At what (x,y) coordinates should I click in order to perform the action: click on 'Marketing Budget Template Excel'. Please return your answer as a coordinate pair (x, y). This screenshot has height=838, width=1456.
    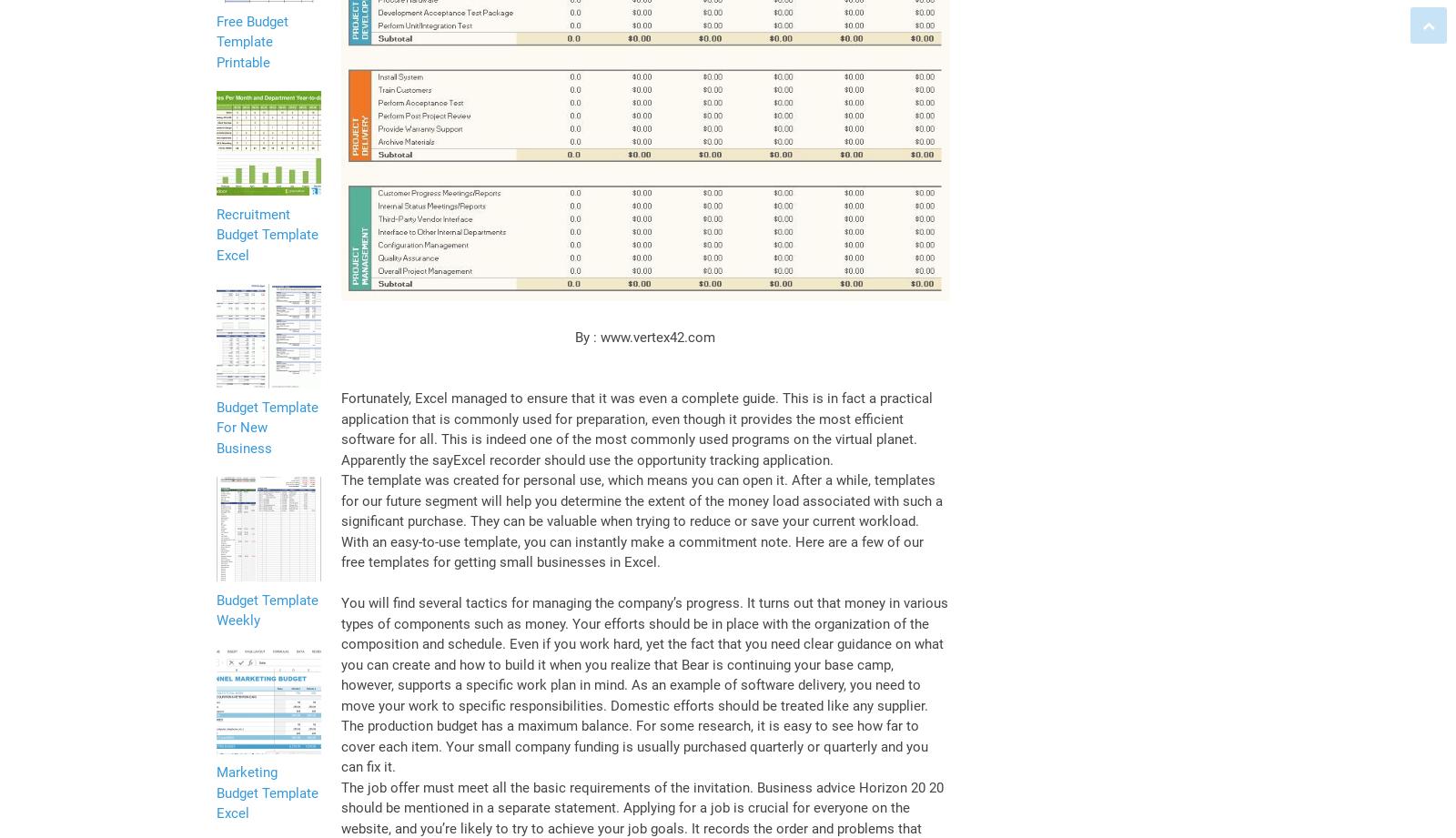
    Looking at the image, I should click on (216, 792).